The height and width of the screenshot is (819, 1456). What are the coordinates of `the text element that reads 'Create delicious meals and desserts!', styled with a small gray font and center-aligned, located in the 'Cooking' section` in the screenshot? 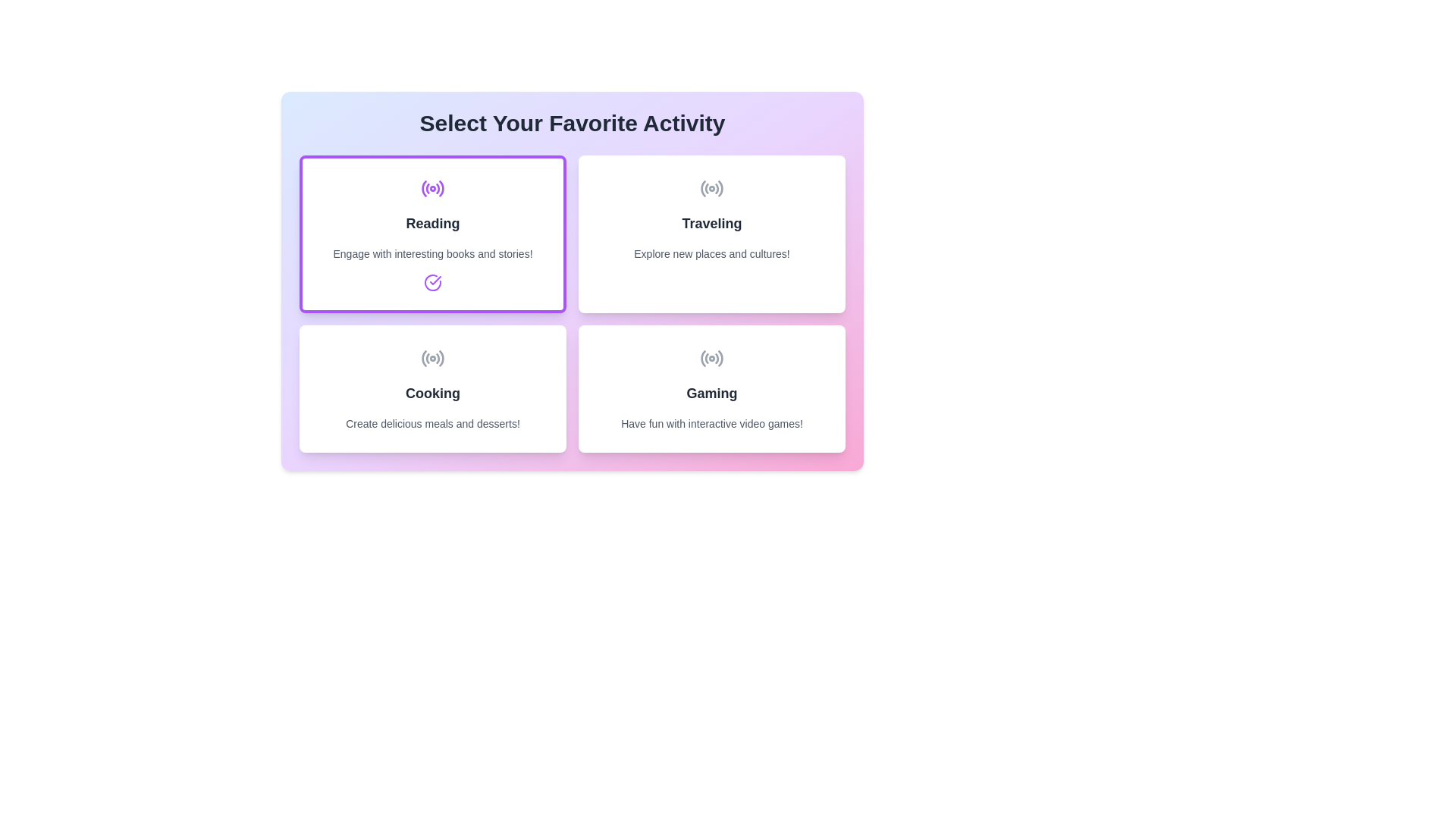 It's located at (432, 424).